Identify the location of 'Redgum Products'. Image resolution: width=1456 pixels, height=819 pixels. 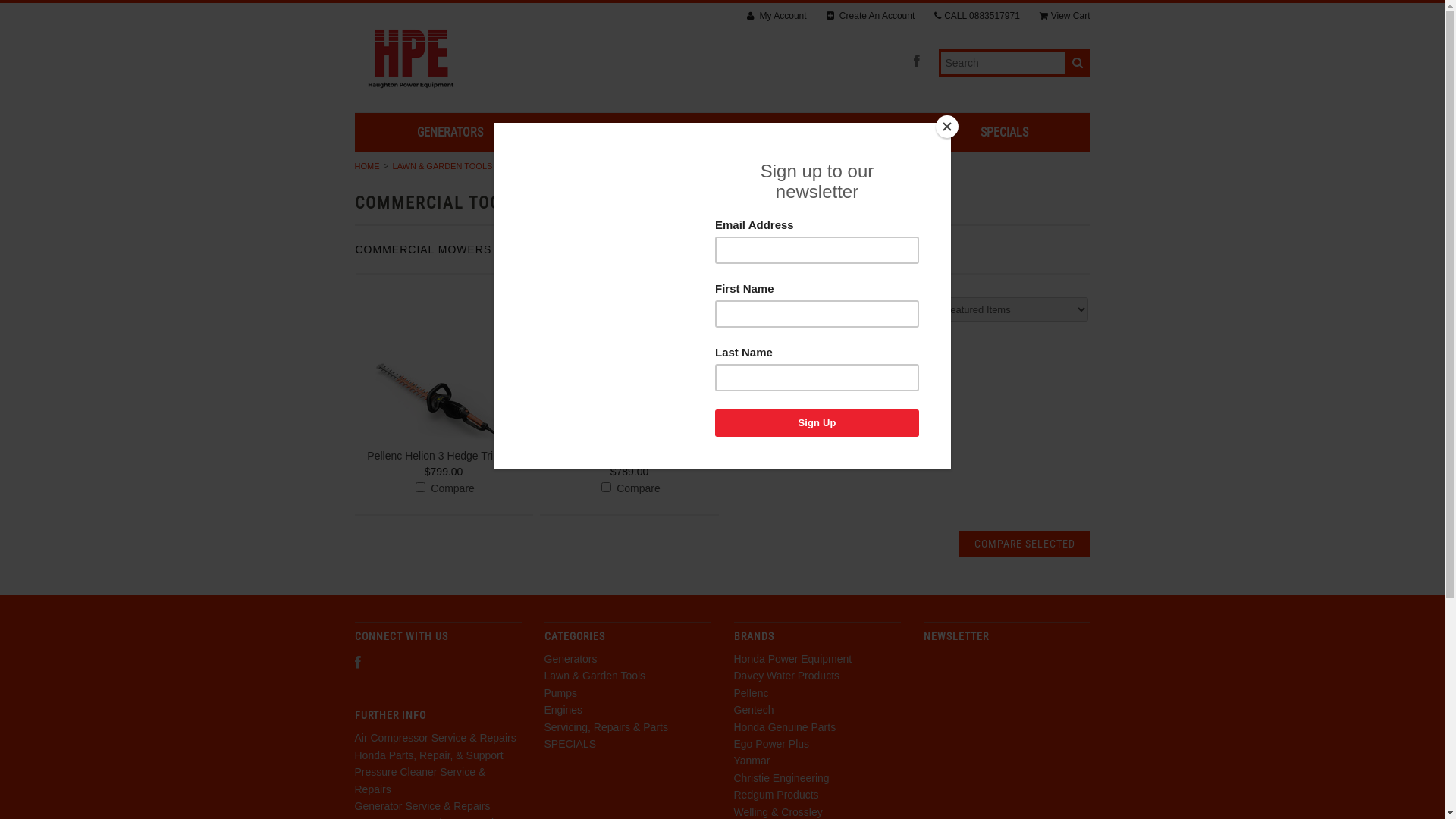
(776, 794).